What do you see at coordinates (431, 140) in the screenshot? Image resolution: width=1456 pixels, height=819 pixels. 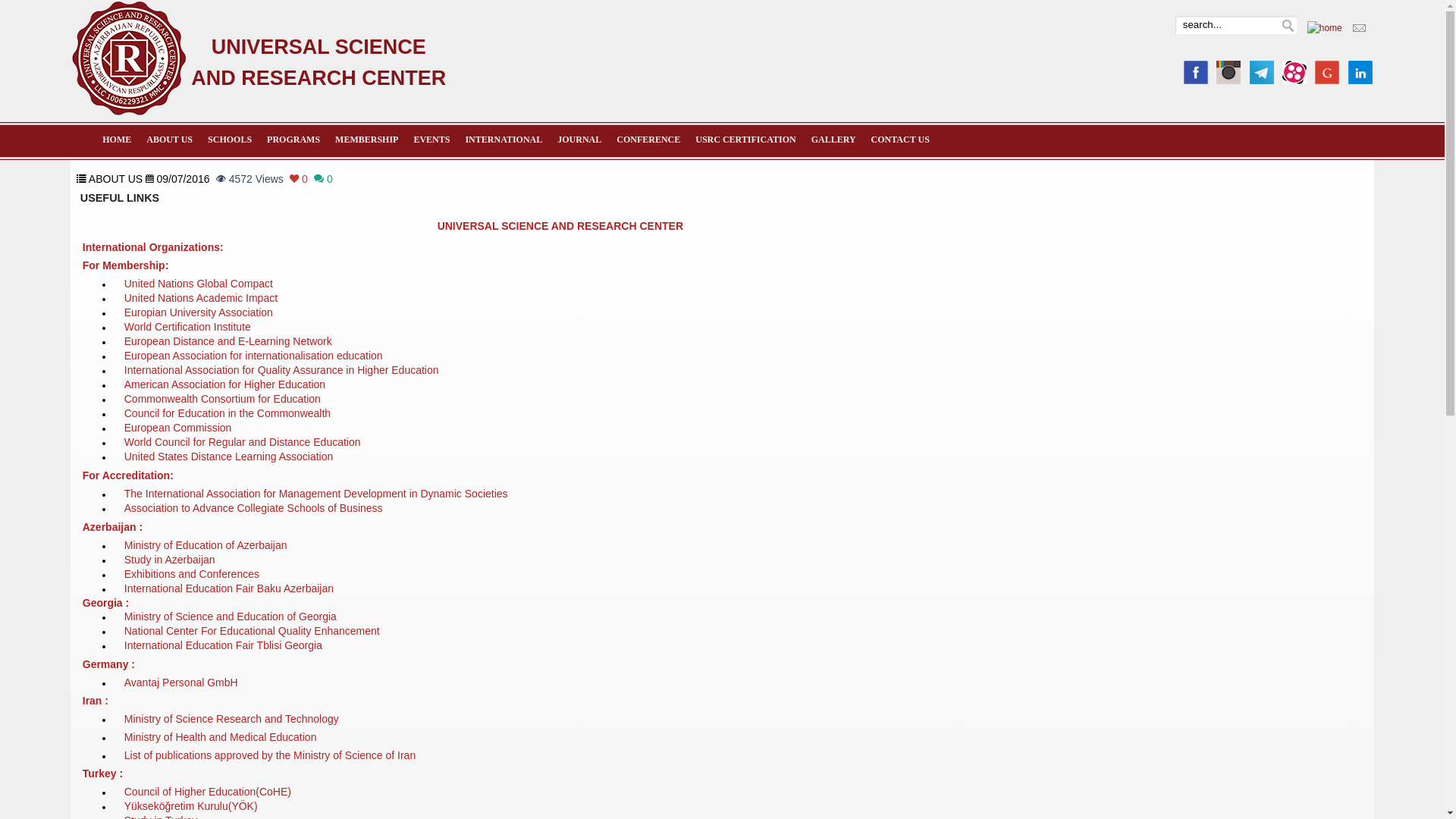 I see `'EVENTS'` at bounding box center [431, 140].